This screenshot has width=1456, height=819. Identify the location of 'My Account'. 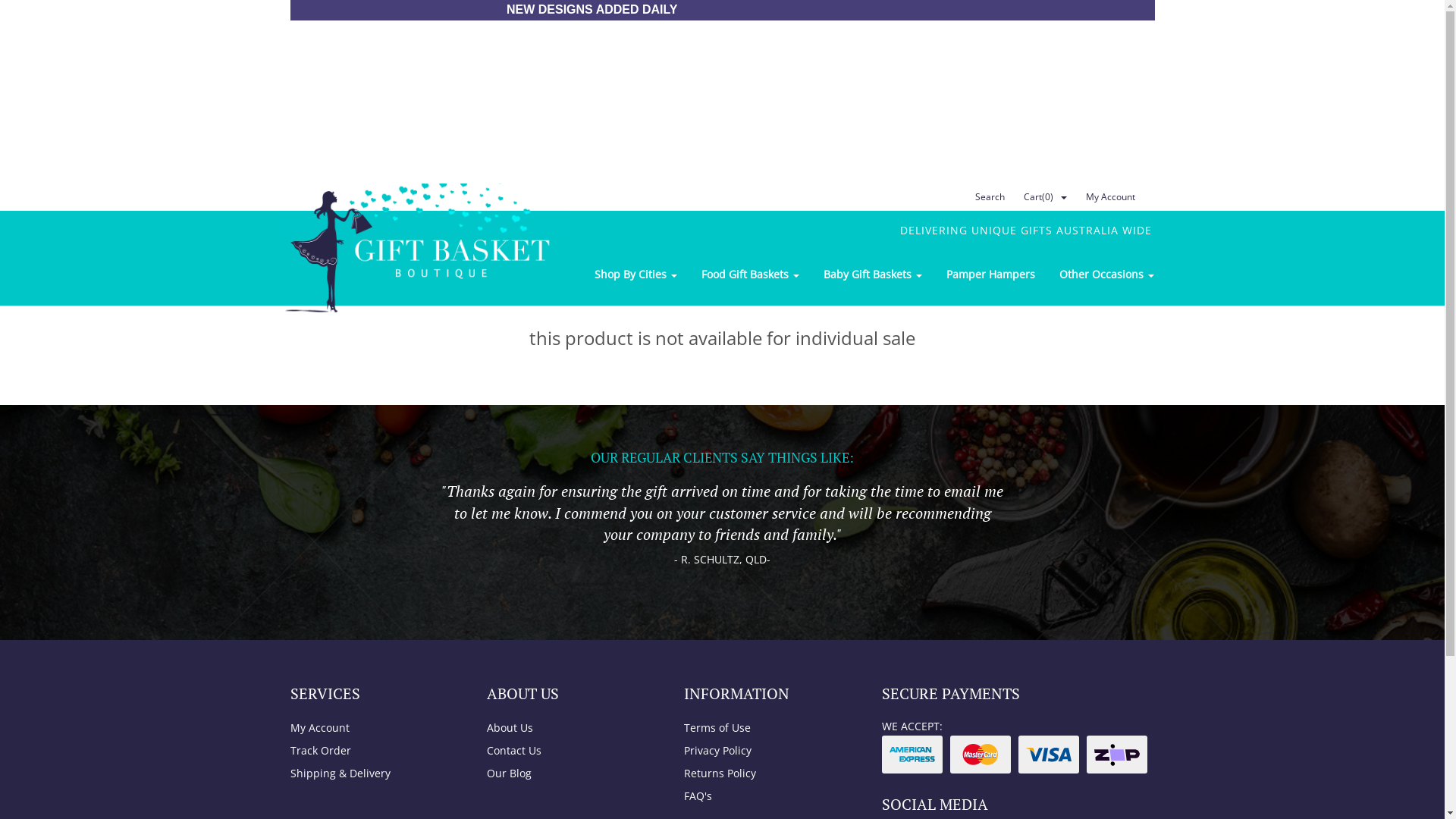
(372, 727).